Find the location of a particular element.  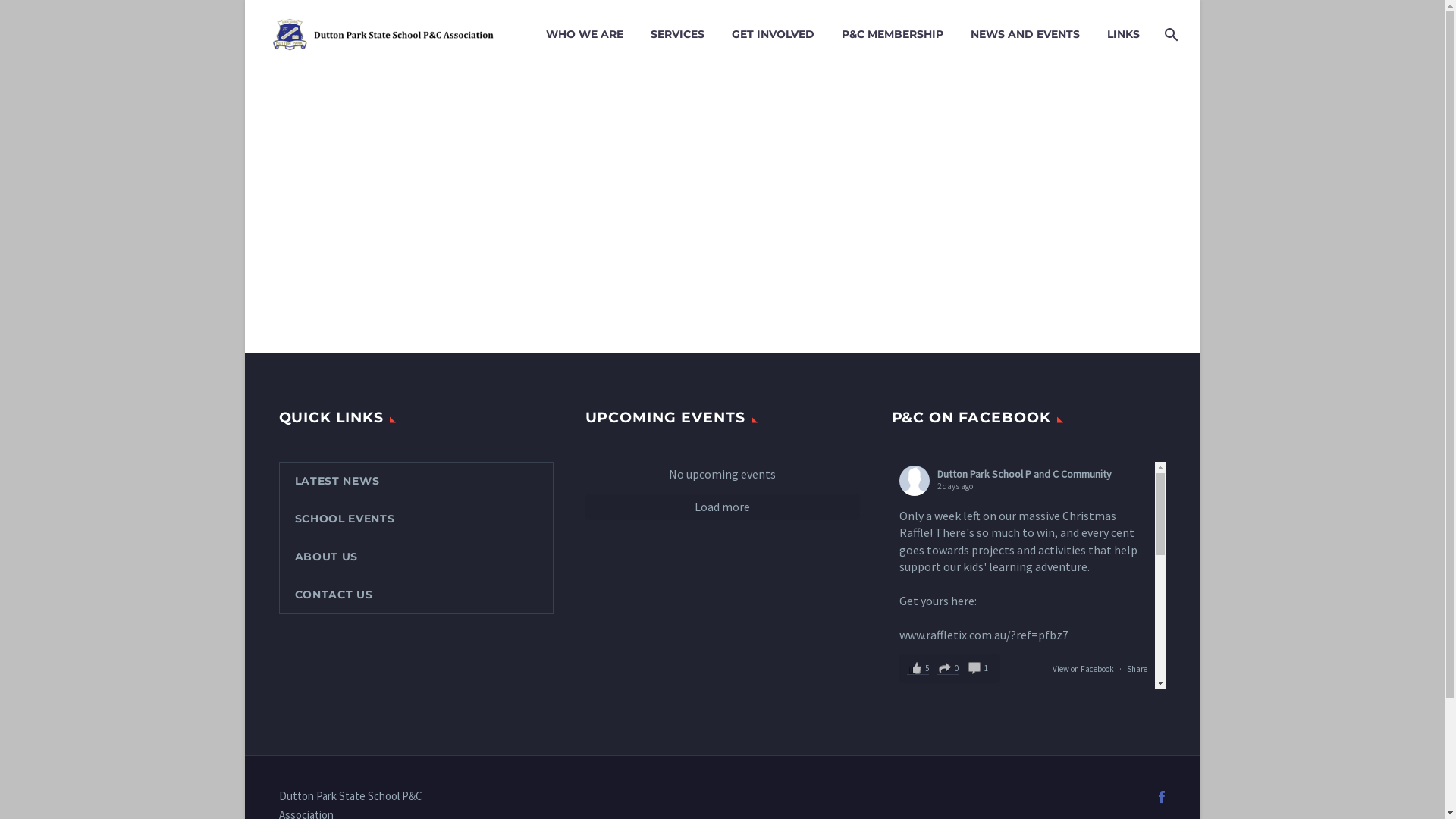

'SCHOOL EVENTS' is located at coordinates (415, 518).